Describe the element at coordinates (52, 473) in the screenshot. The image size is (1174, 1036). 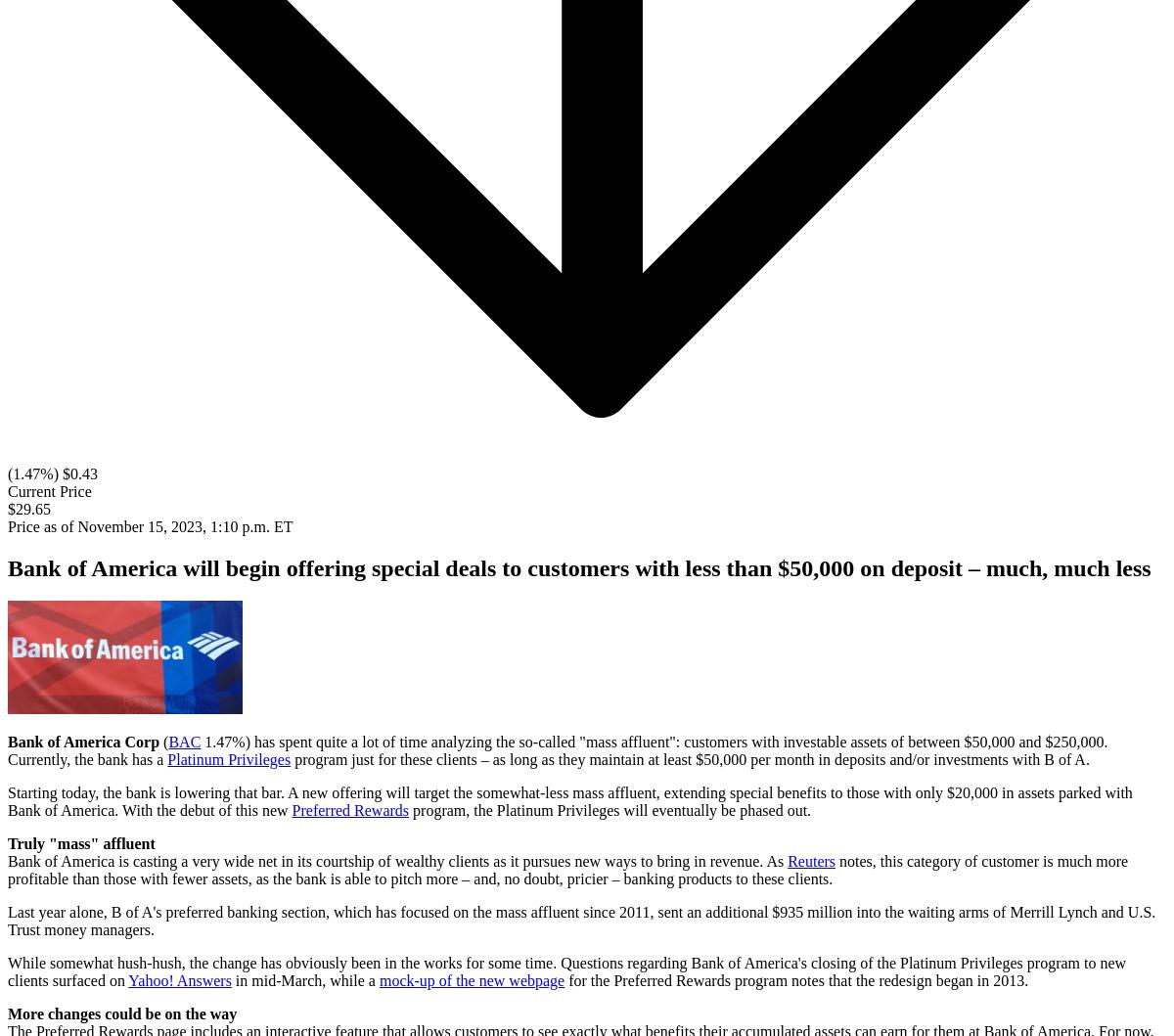
I see `'(1.47%) $0.43'` at that location.